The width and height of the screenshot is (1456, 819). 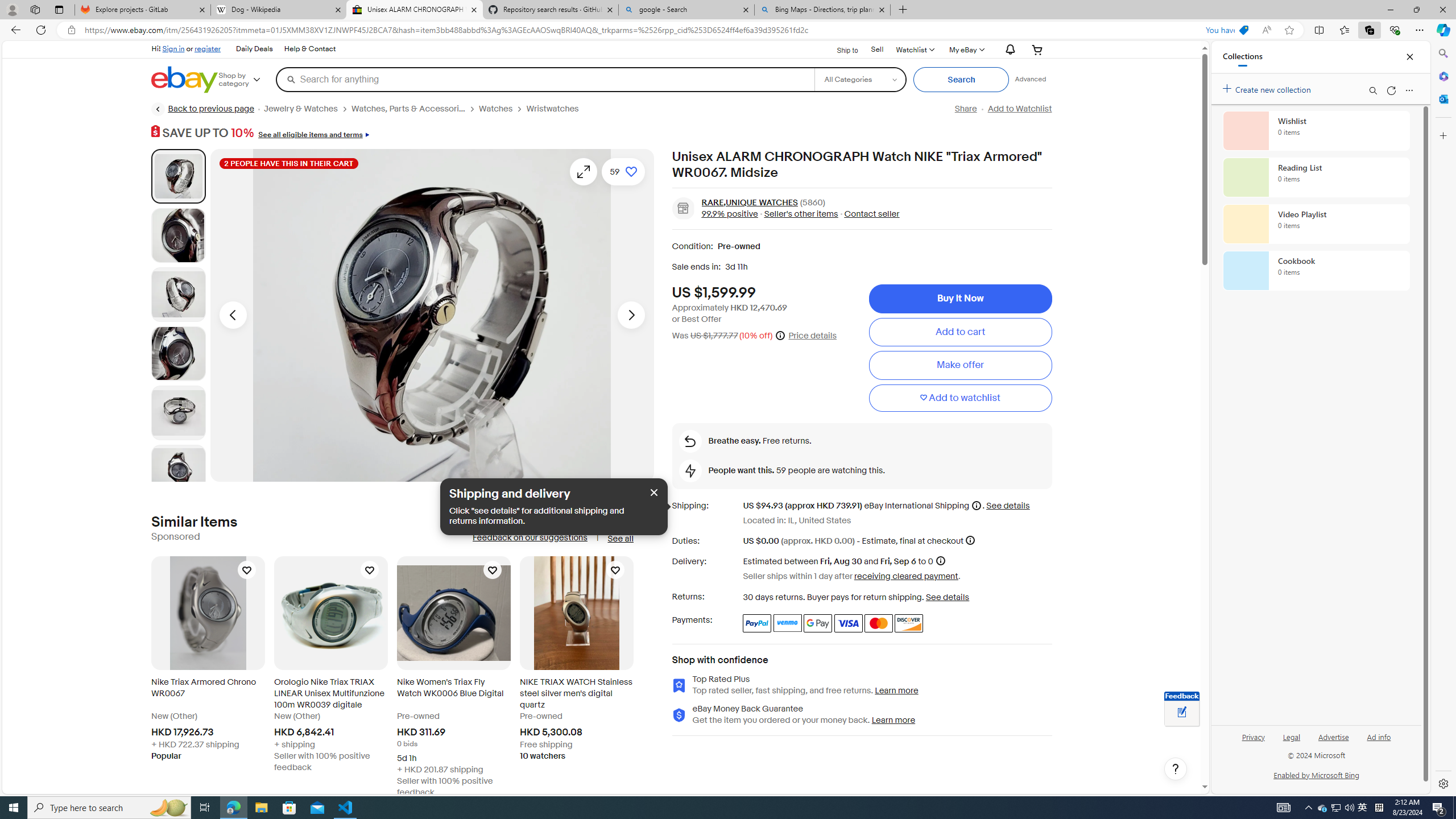 What do you see at coordinates (630, 315) in the screenshot?
I see `'Next image - Item images thumbnails'` at bounding box center [630, 315].